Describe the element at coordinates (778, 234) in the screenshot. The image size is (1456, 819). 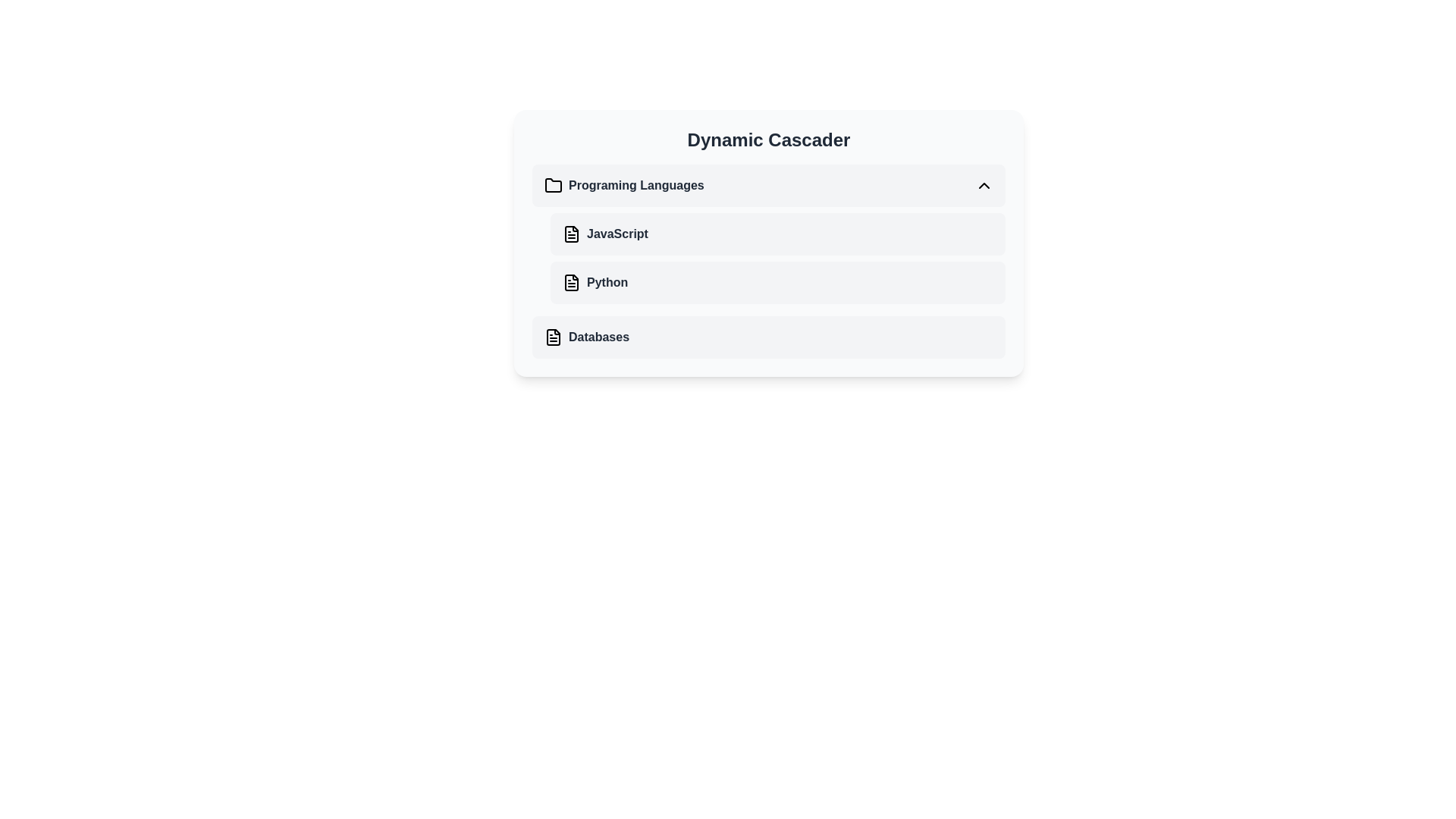
I see `the selectable list item for 'JavaScript' located in the first row under the 'Programming Languages' category` at that location.